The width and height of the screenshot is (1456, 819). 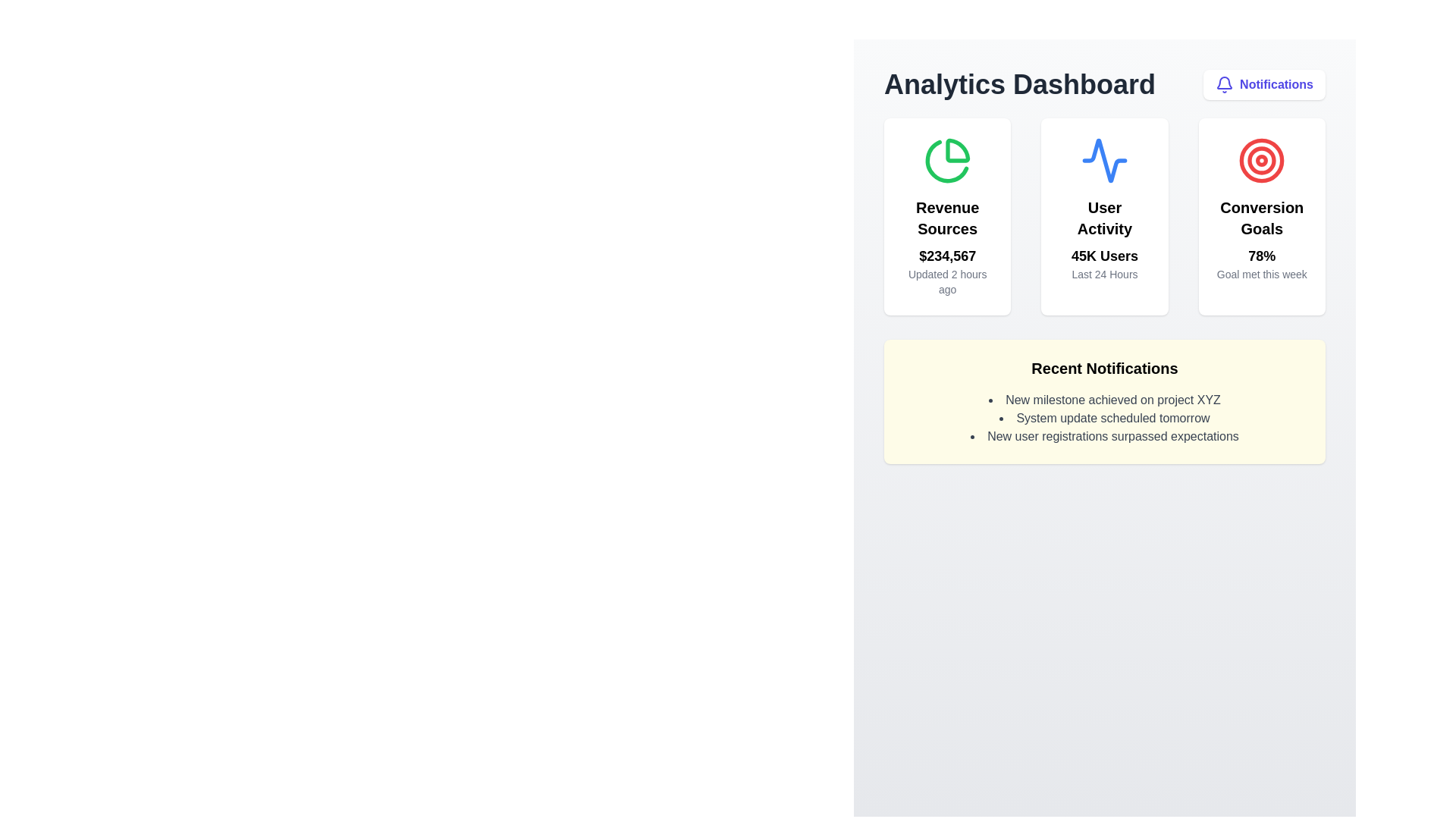 What do you see at coordinates (946, 161) in the screenshot?
I see `the revenue-related metrics icon located at the top-center of the 'Revenue Sources' card in the 'Analytics Dashboard', positioned above the text 'Revenue Sources' and '$234,567'` at bounding box center [946, 161].